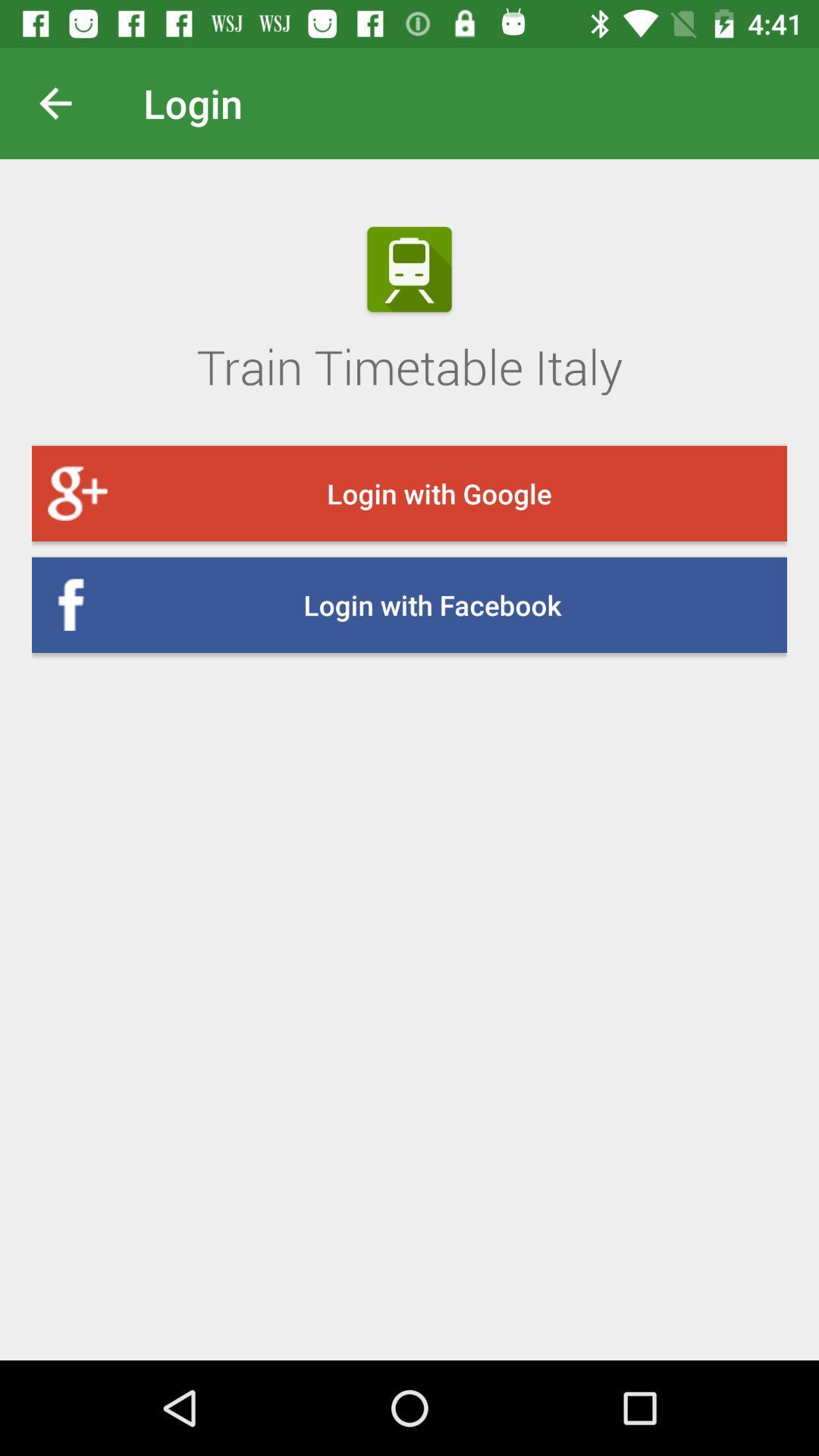 The image size is (819, 1456). What do you see at coordinates (67, 102) in the screenshot?
I see `previous screen` at bounding box center [67, 102].